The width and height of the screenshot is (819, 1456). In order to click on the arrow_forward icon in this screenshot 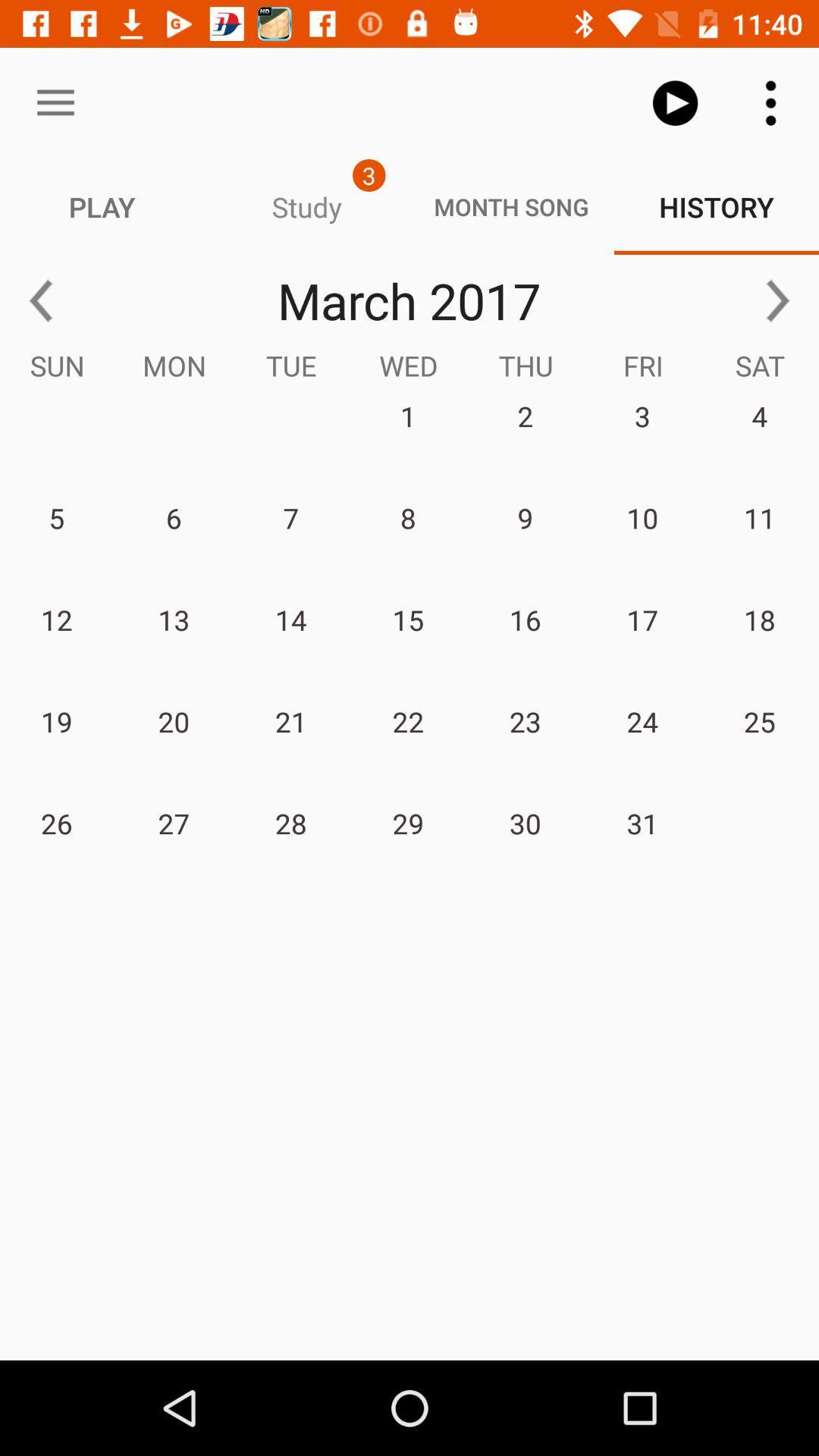, I will do `click(778, 300)`.